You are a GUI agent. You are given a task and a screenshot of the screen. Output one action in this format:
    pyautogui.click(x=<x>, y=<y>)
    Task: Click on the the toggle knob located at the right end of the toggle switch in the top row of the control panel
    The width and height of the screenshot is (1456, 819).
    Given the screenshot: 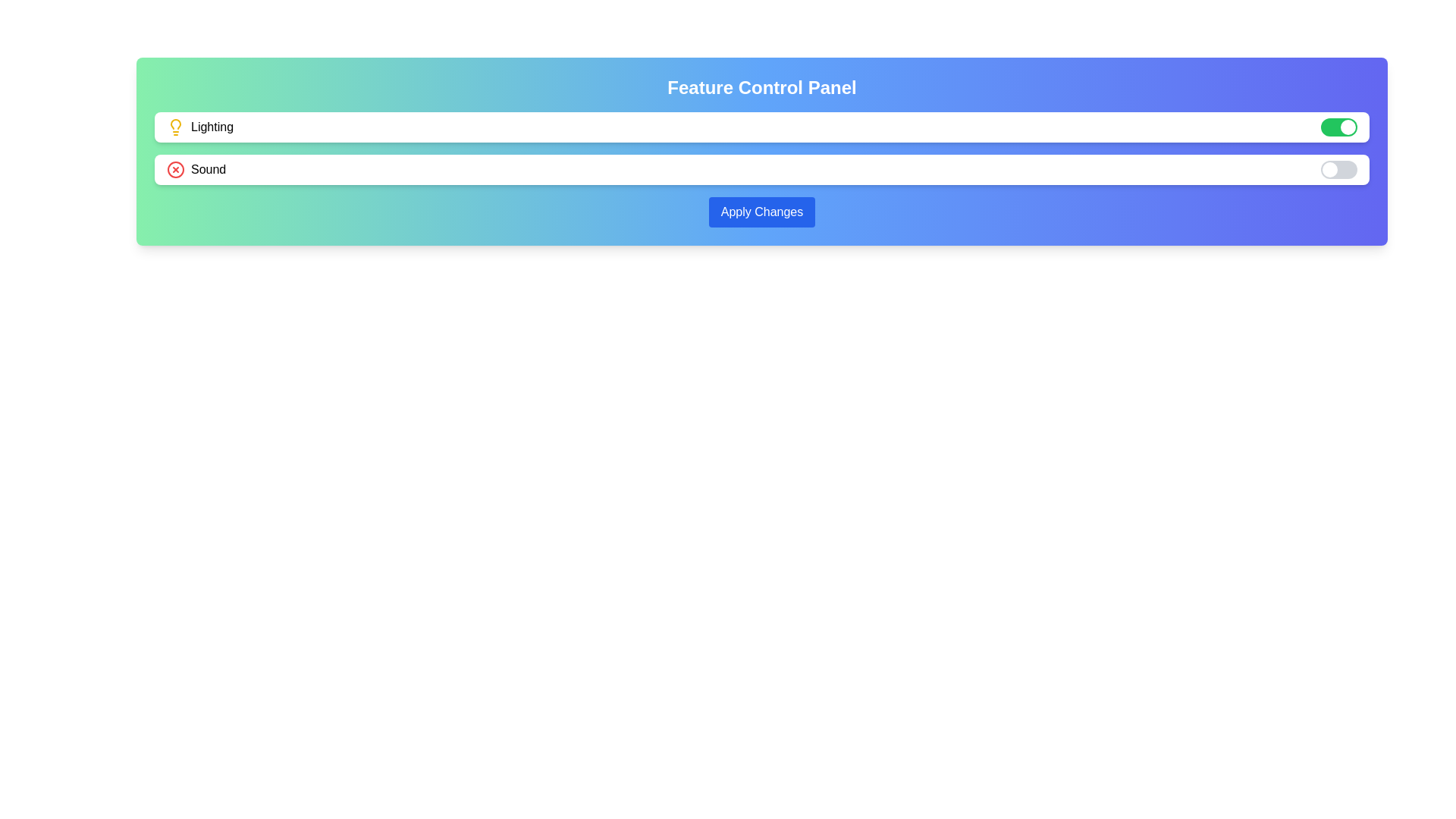 What is the action you would take?
    pyautogui.click(x=1348, y=127)
    